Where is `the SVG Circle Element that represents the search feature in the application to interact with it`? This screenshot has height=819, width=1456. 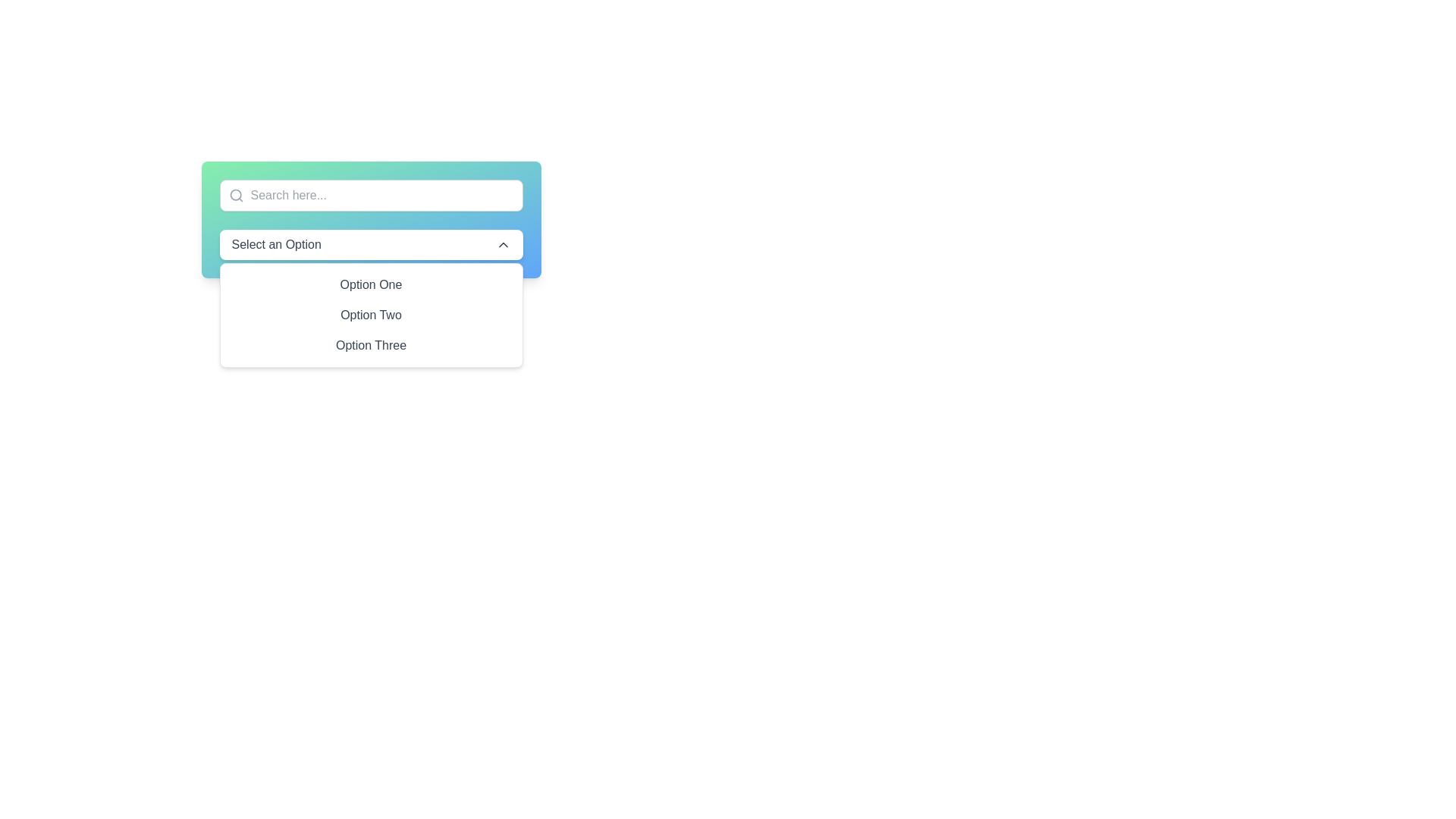
the SVG Circle Element that represents the search feature in the application to interact with it is located at coordinates (234, 194).